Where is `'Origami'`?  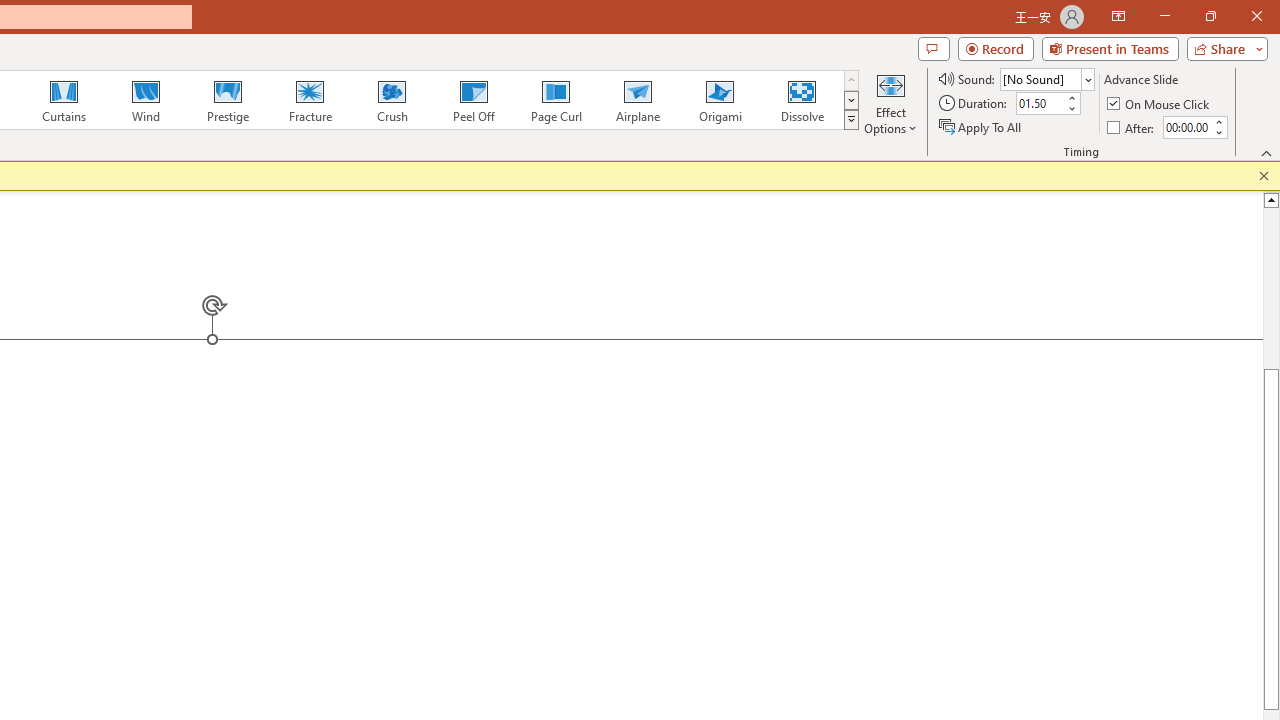
'Origami' is located at coordinates (720, 100).